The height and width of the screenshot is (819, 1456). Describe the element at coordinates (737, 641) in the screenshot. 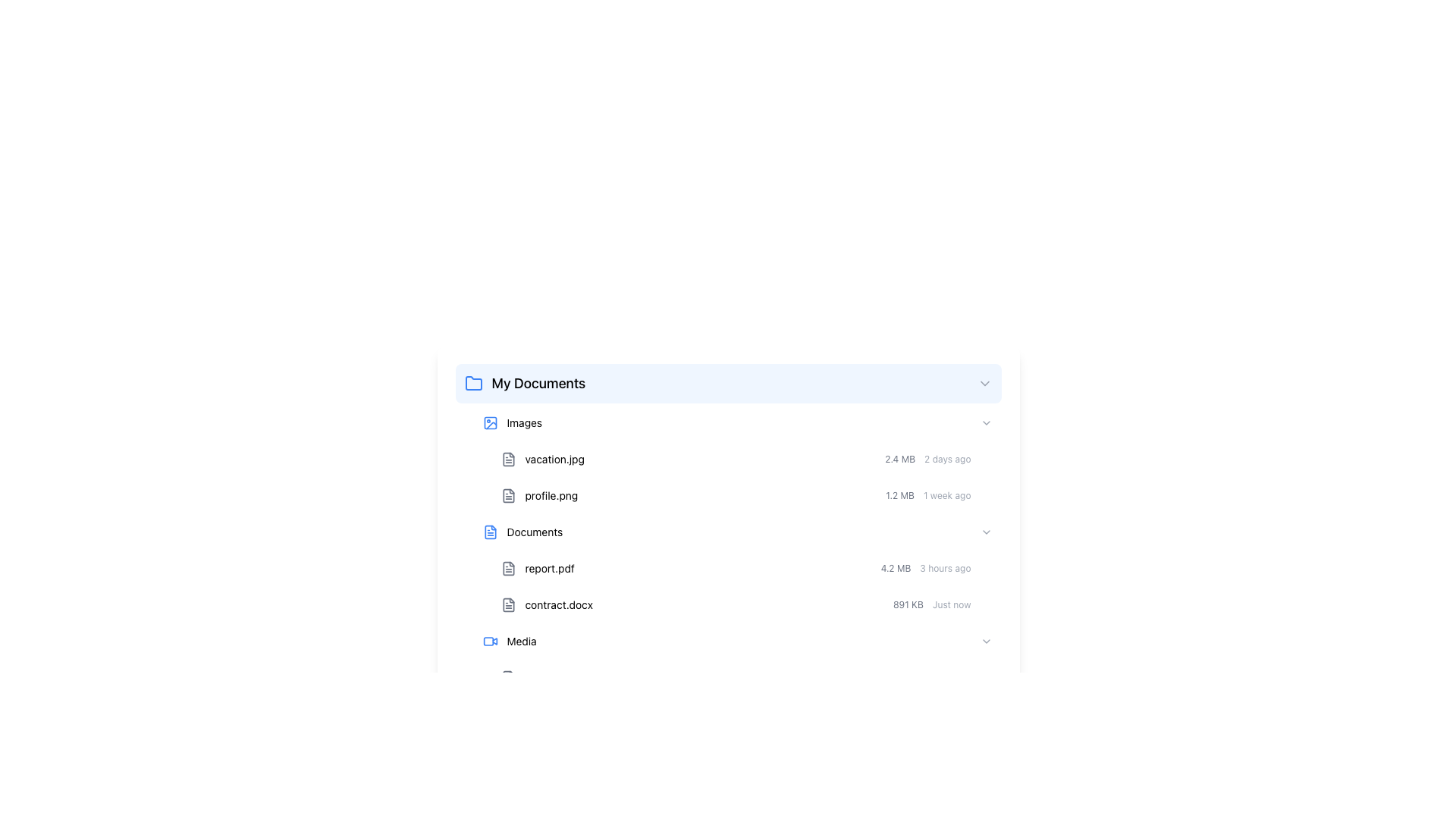

I see `the expandable arrow of the 'Media' folder item in the interactive list under 'My Documents'` at that location.